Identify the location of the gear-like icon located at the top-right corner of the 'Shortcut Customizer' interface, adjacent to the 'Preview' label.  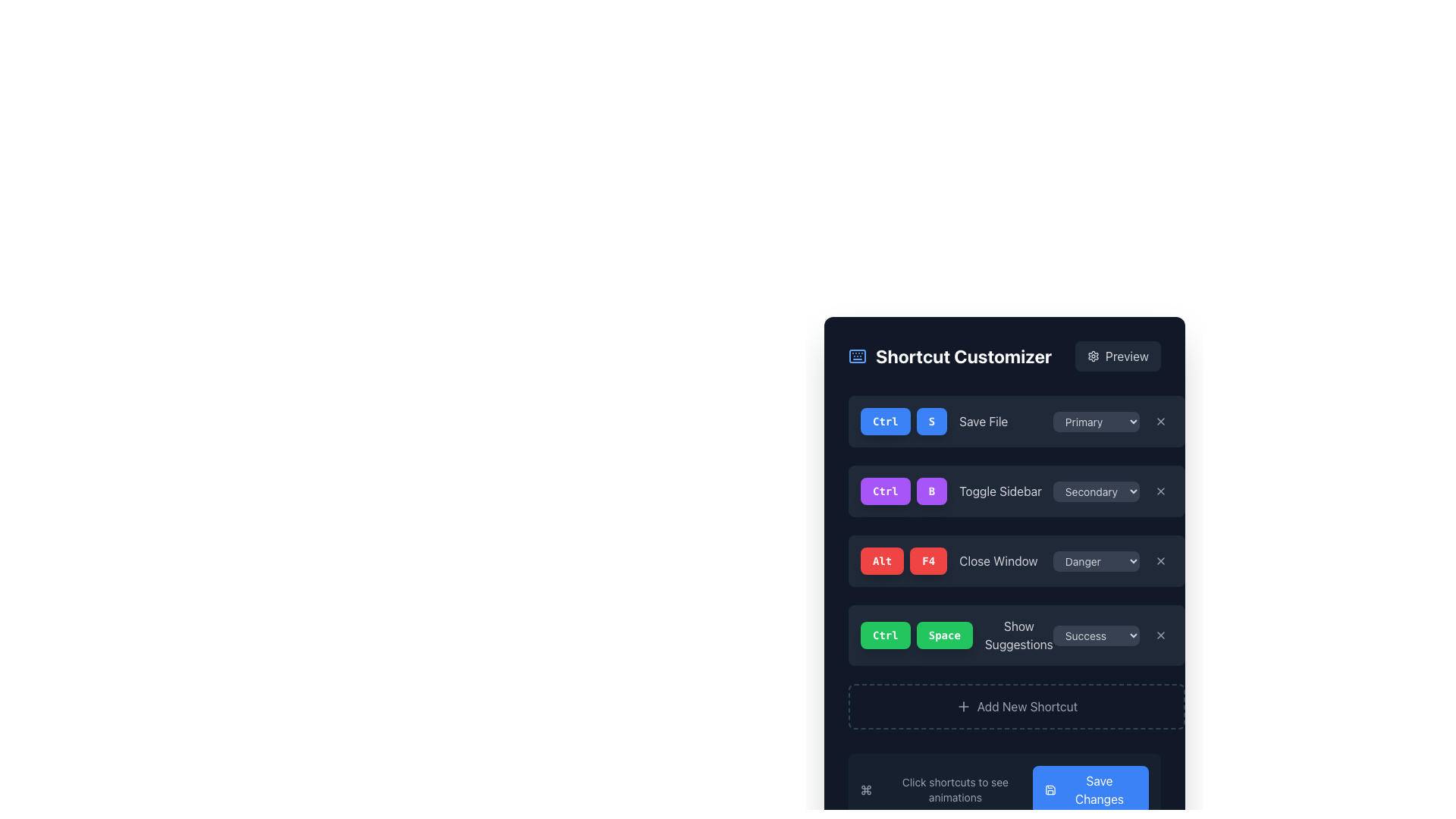
(1094, 356).